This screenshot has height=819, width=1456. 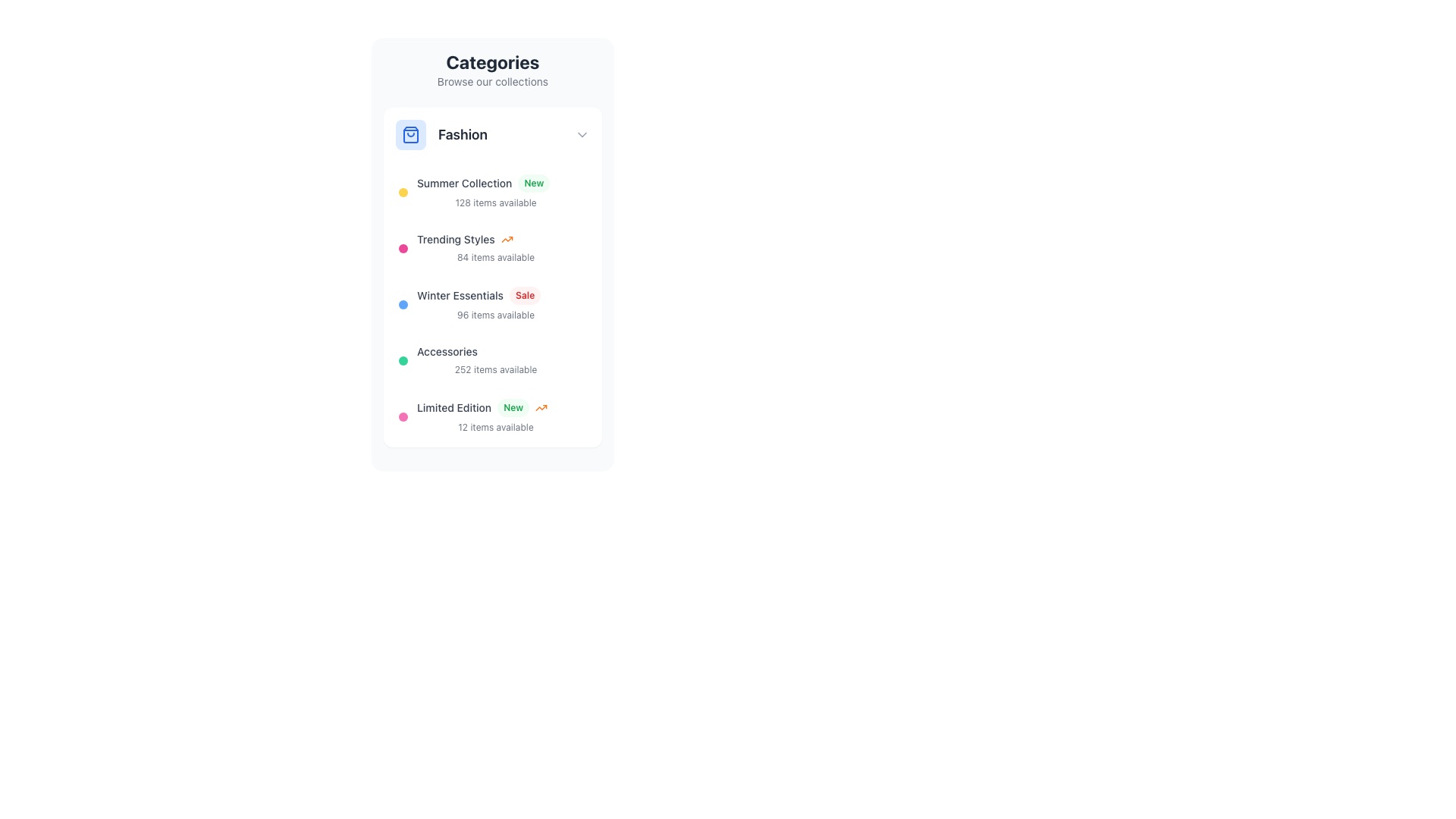 I want to click on the text label that informs users about the availability of 96 items related to the 'Winter Essentials' category, located below the 'Winter Essentials Sale' text in the category list, so click(x=495, y=314).